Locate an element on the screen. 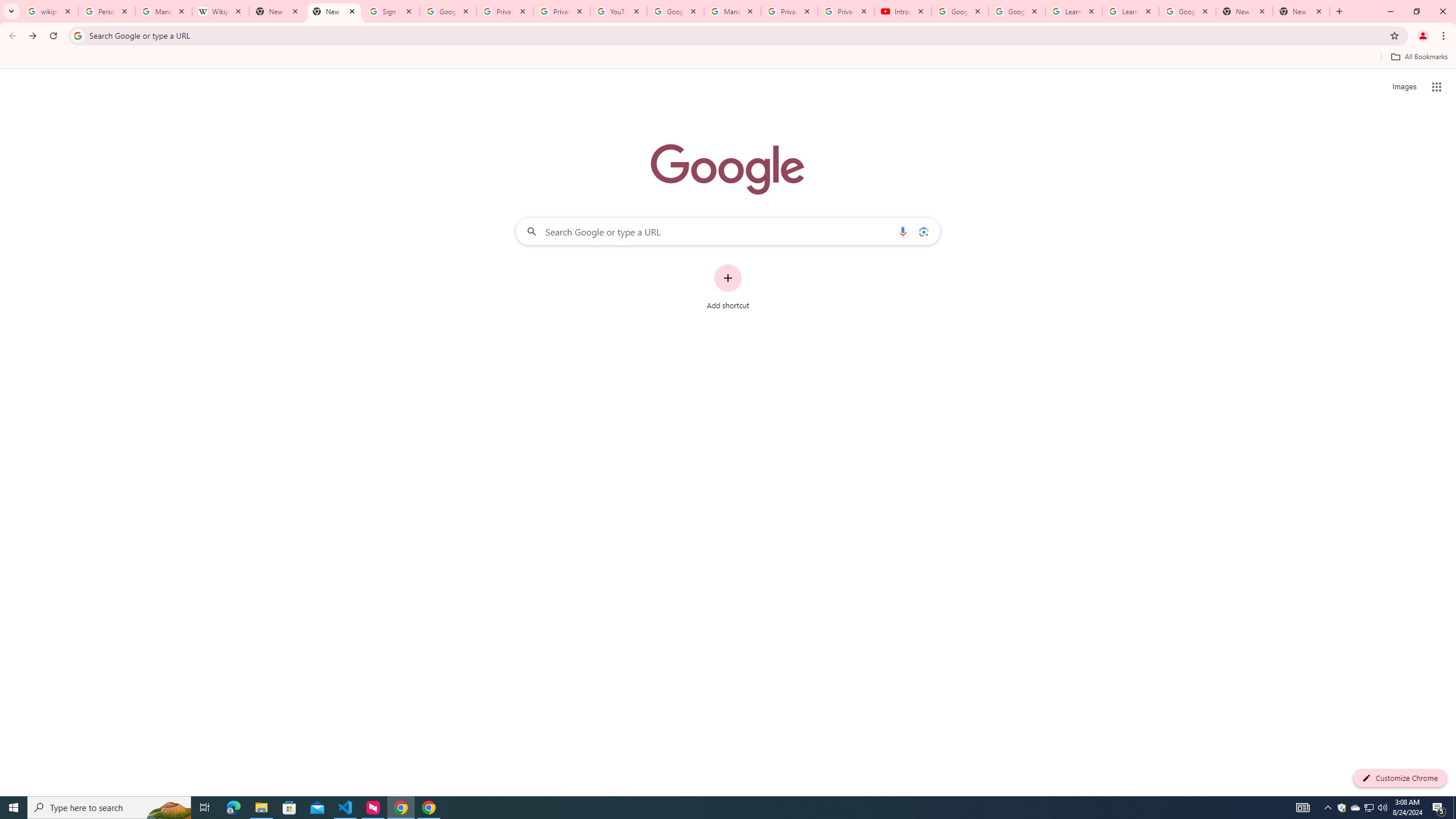  'Personalization & Google Search results - Google Search Help' is located at coordinates (106, 11).